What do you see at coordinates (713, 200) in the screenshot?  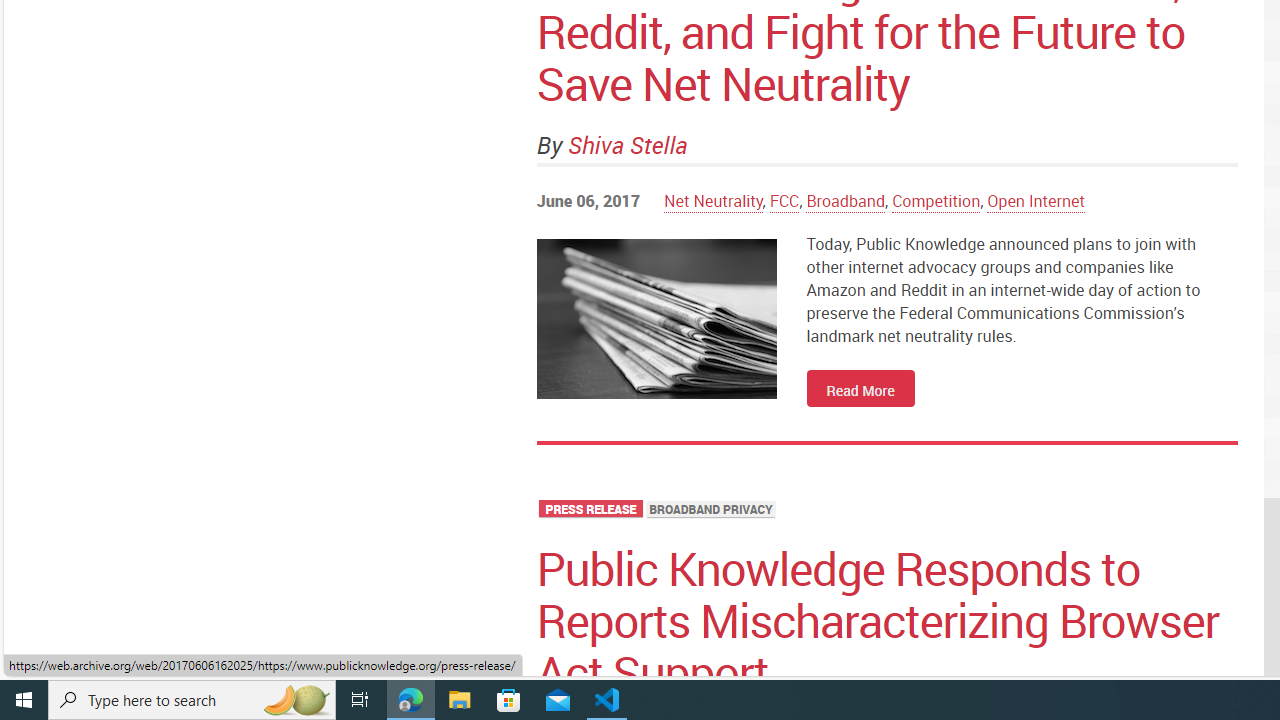 I see `'Net Neutrality'` at bounding box center [713, 200].